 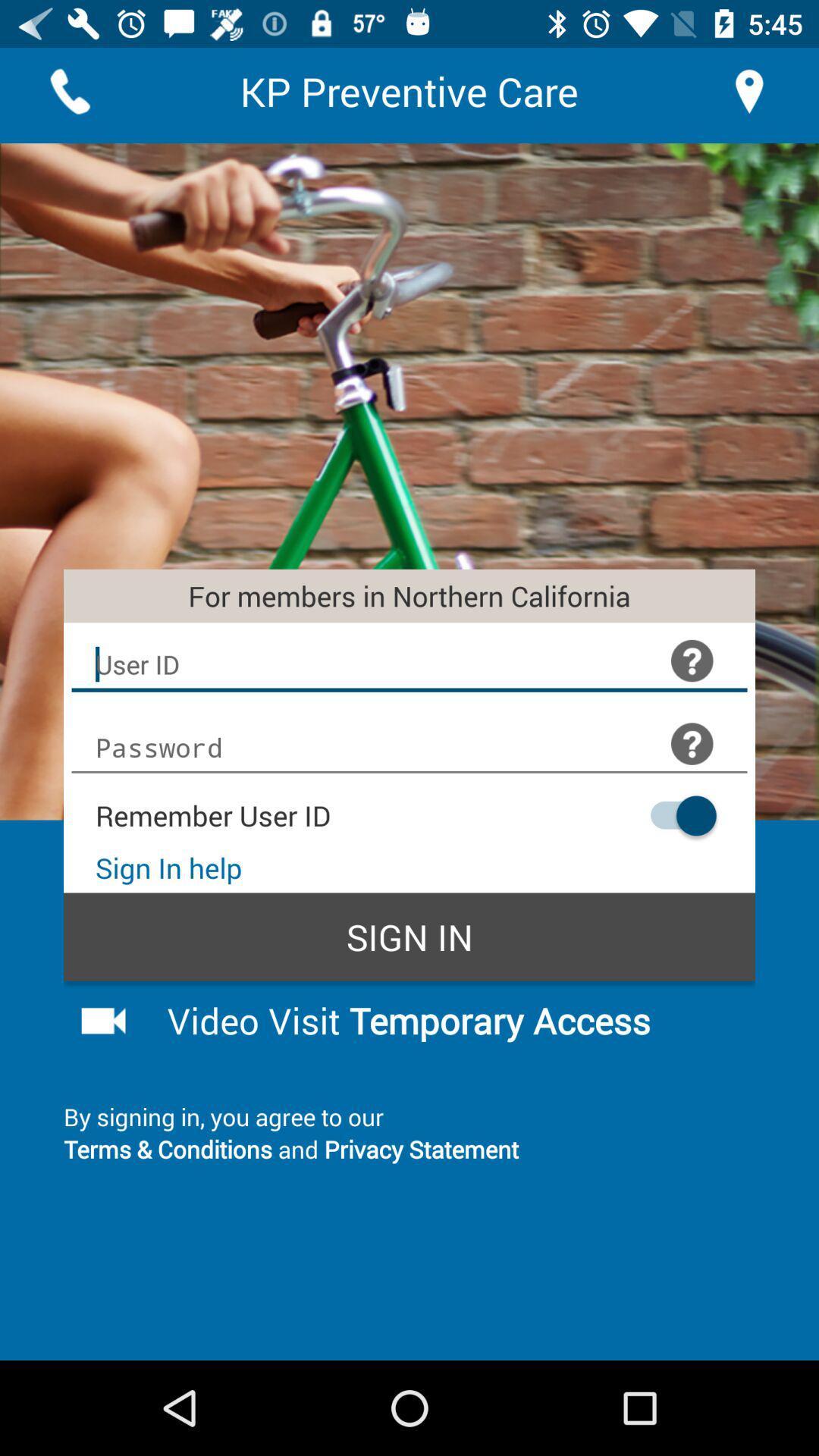 What do you see at coordinates (675, 814) in the screenshot?
I see `icon to the right of remember user id item` at bounding box center [675, 814].